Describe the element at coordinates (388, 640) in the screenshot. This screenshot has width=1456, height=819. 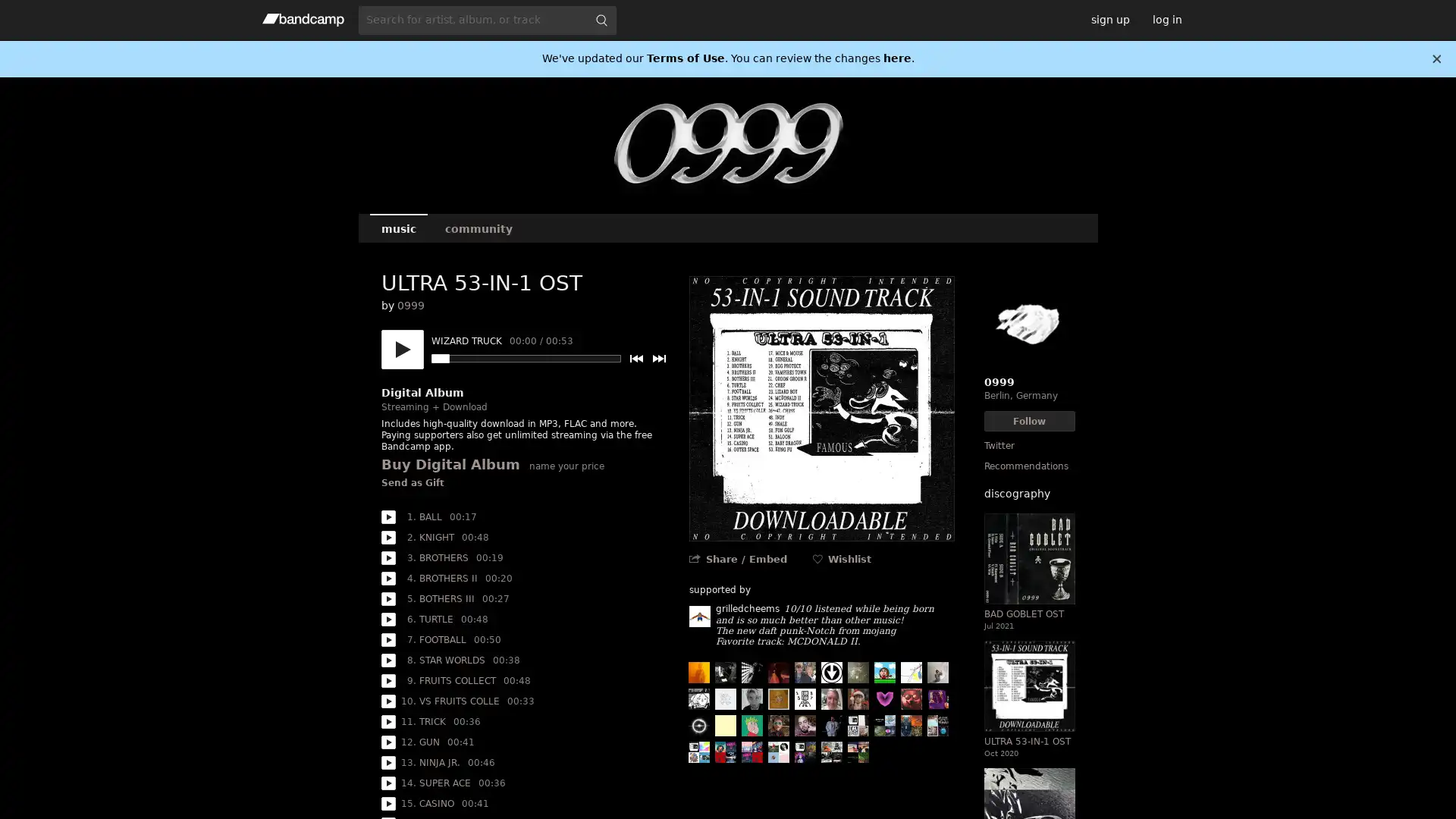
I see `Play FOOTBALL` at that location.